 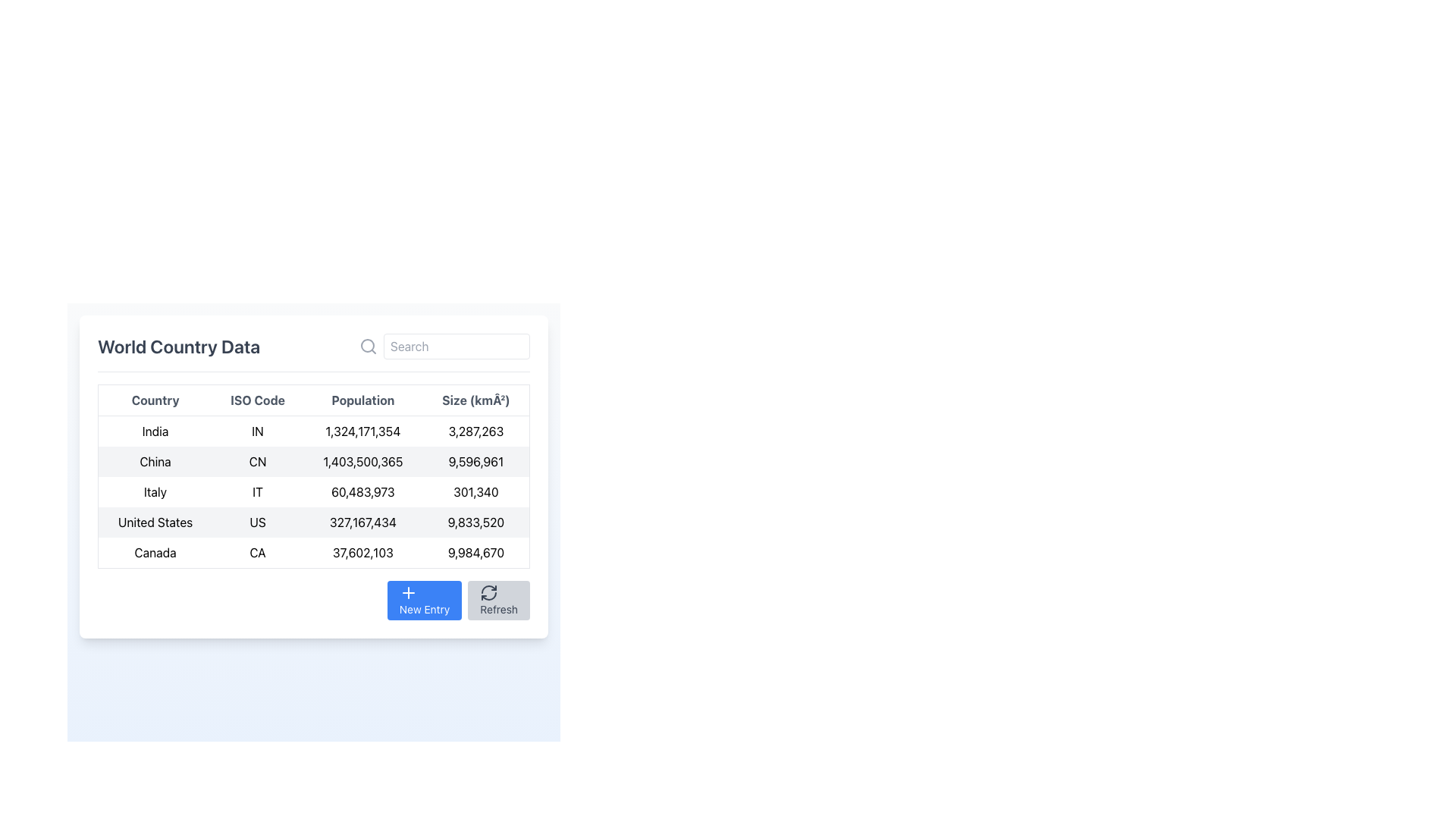 I want to click on the circular arrow icon representing a refresh action located within the 'Refresh' button at the bottom-right corner of the interface, so click(x=489, y=592).